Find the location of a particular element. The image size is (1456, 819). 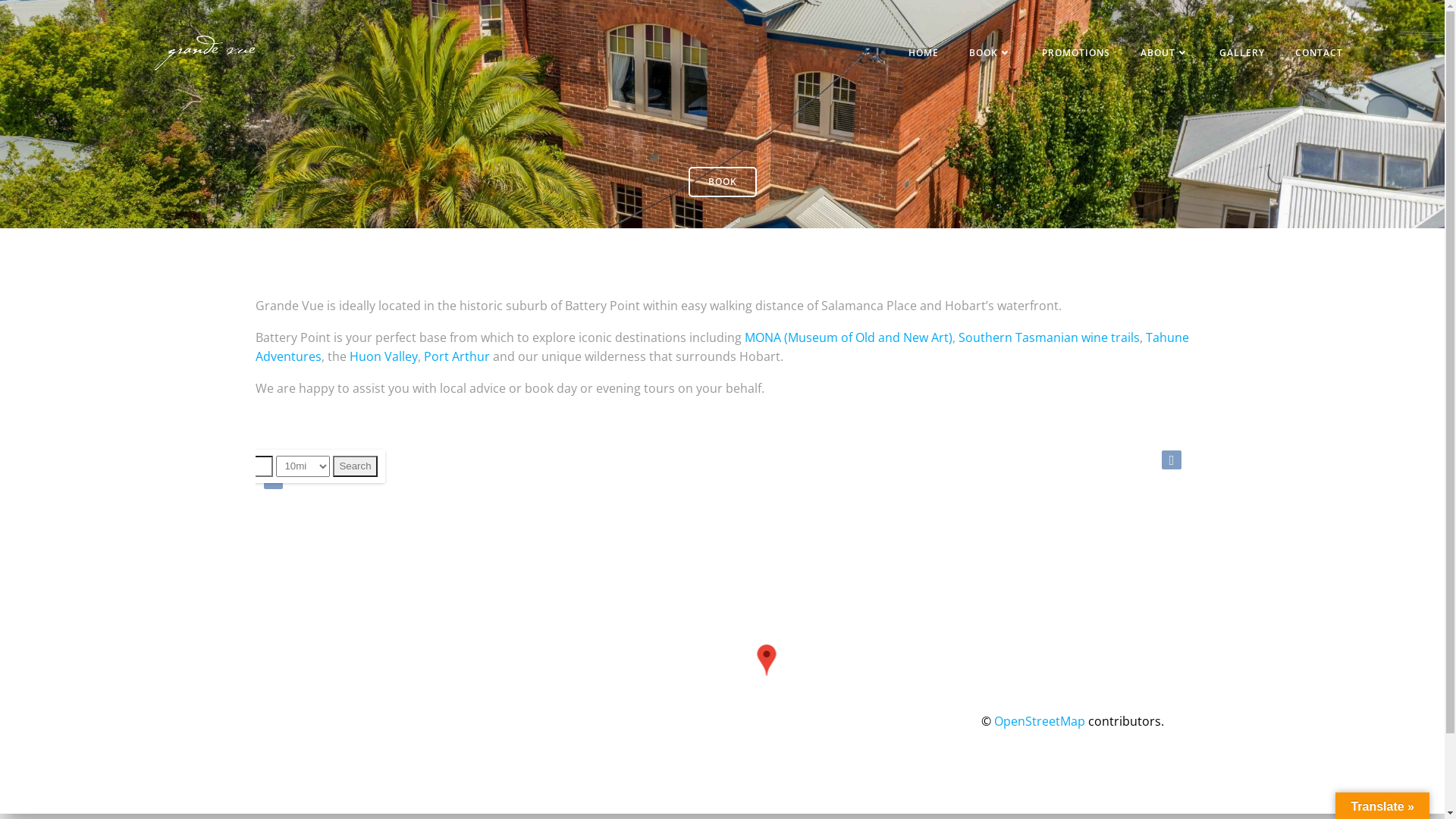

'ABOUT' is located at coordinates (1140, 52).